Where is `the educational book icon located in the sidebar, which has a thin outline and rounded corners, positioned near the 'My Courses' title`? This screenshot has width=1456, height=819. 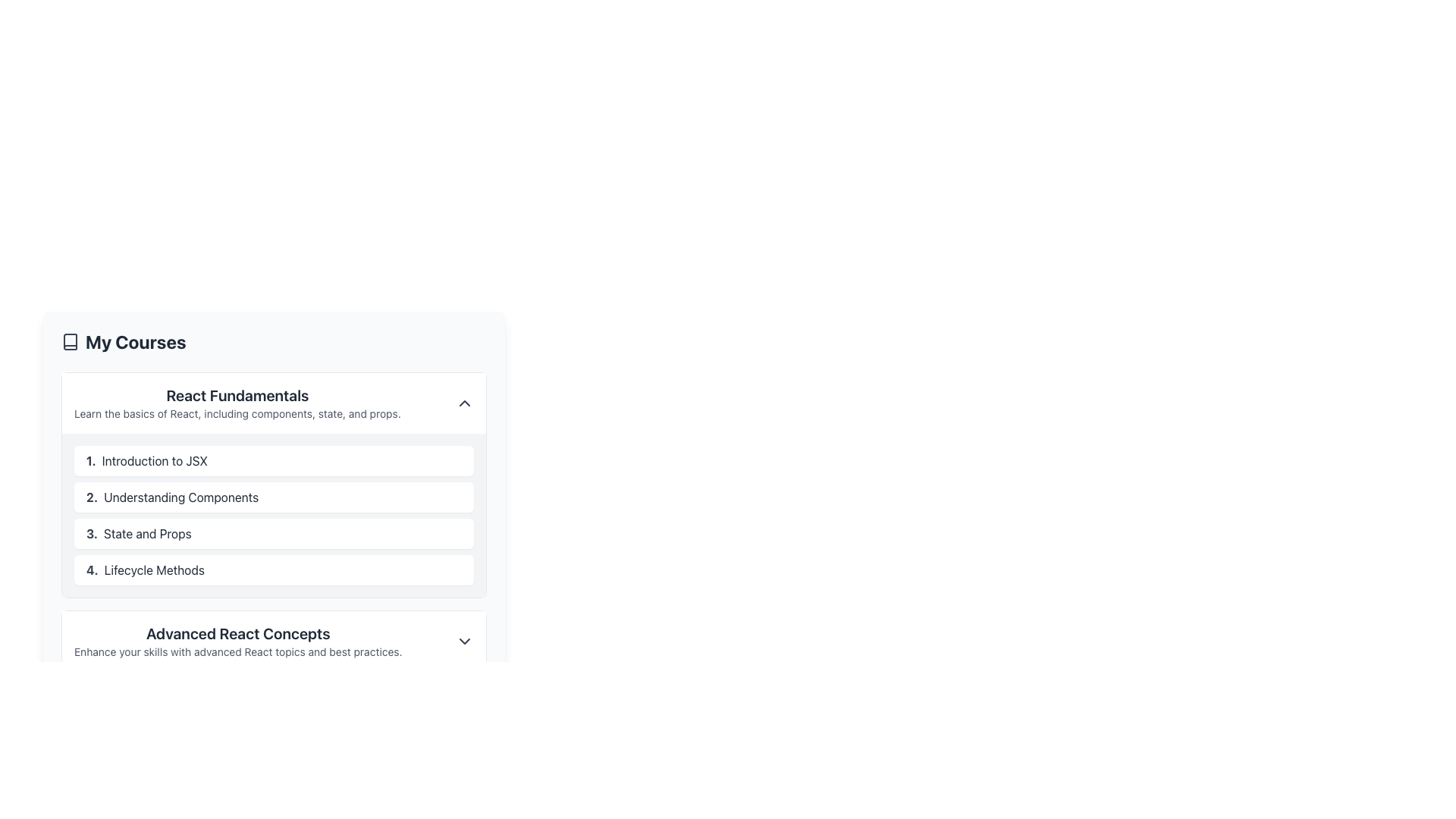
the educational book icon located in the sidebar, which has a thin outline and rounded corners, positioned near the 'My Courses' title is located at coordinates (69, 342).